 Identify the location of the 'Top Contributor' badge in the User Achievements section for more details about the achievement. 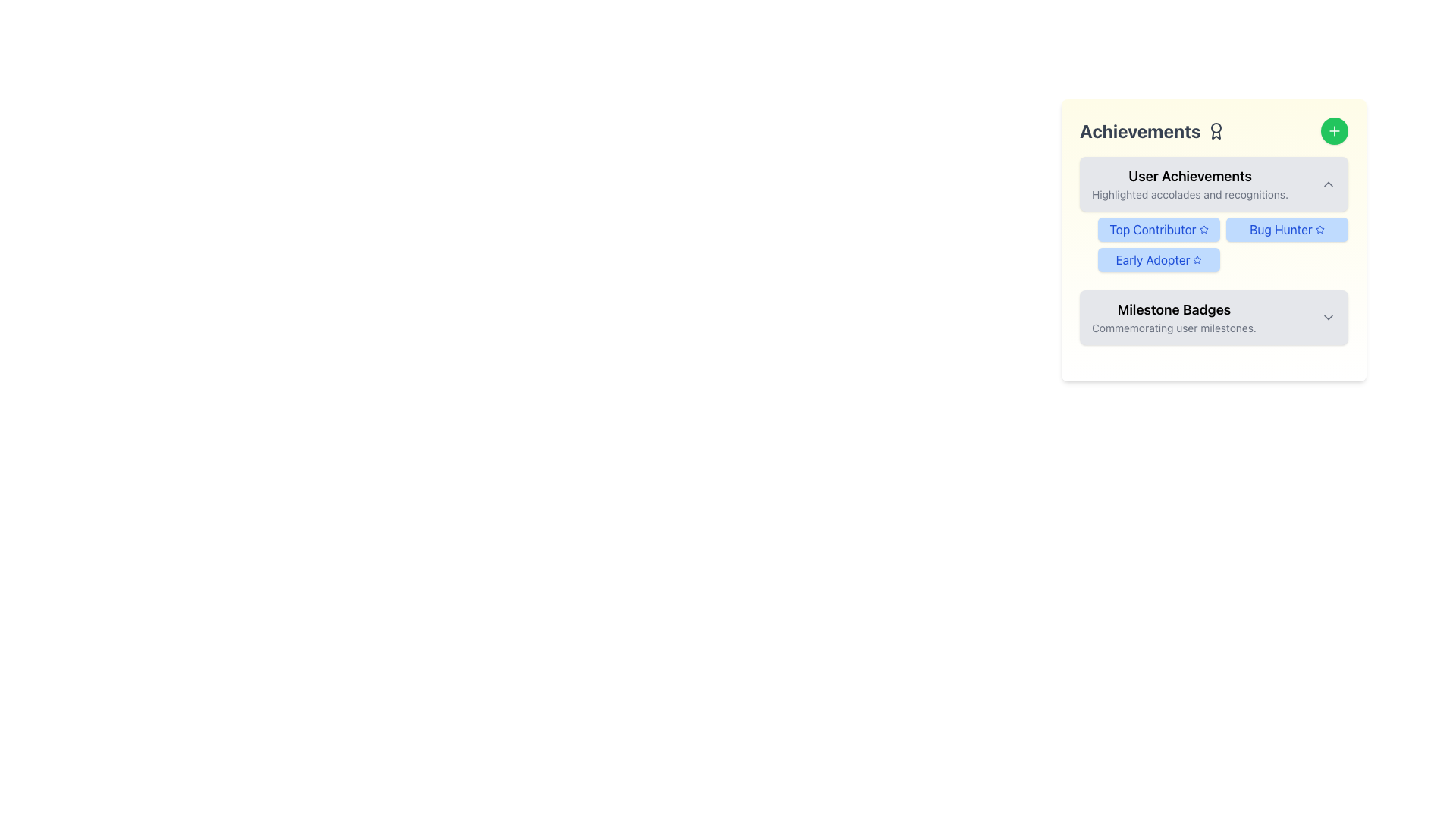
(1214, 244).